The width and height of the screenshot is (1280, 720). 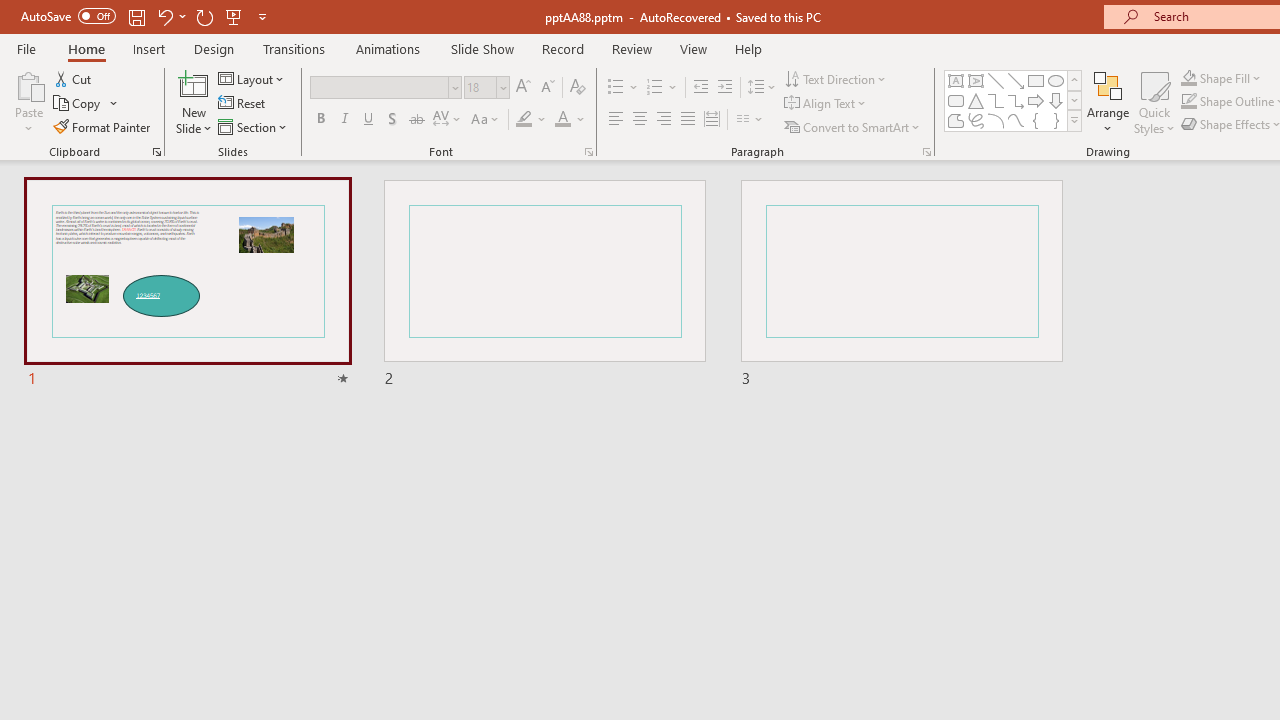 What do you see at coordinates (561, 119) in the screenshot?
I see `'Font Color Red'` at bounding box center [561, 119].